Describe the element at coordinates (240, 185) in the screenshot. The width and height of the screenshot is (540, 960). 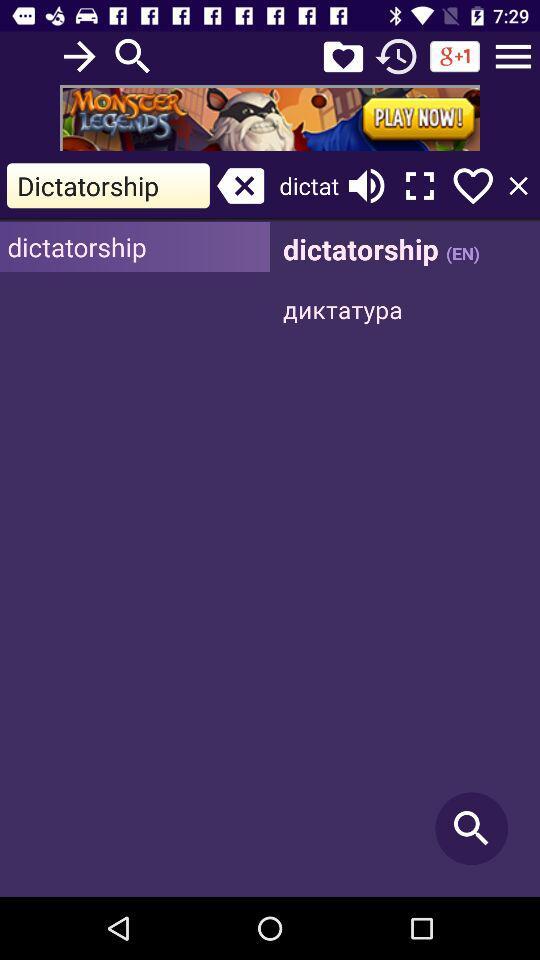
I see `the close icon` at that location.